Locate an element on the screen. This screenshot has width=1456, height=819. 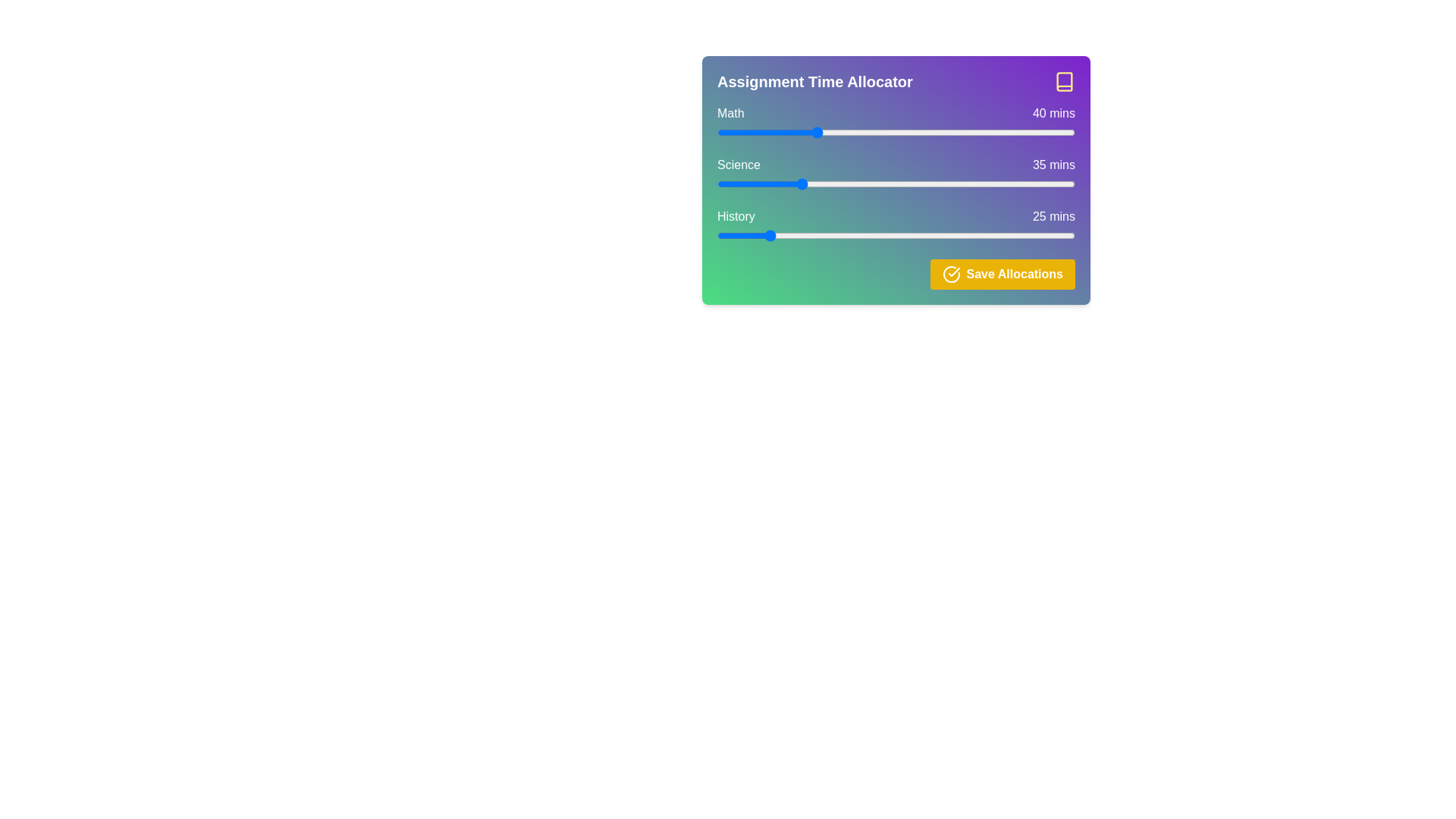
allocation time is located at coordinates (740, 184).